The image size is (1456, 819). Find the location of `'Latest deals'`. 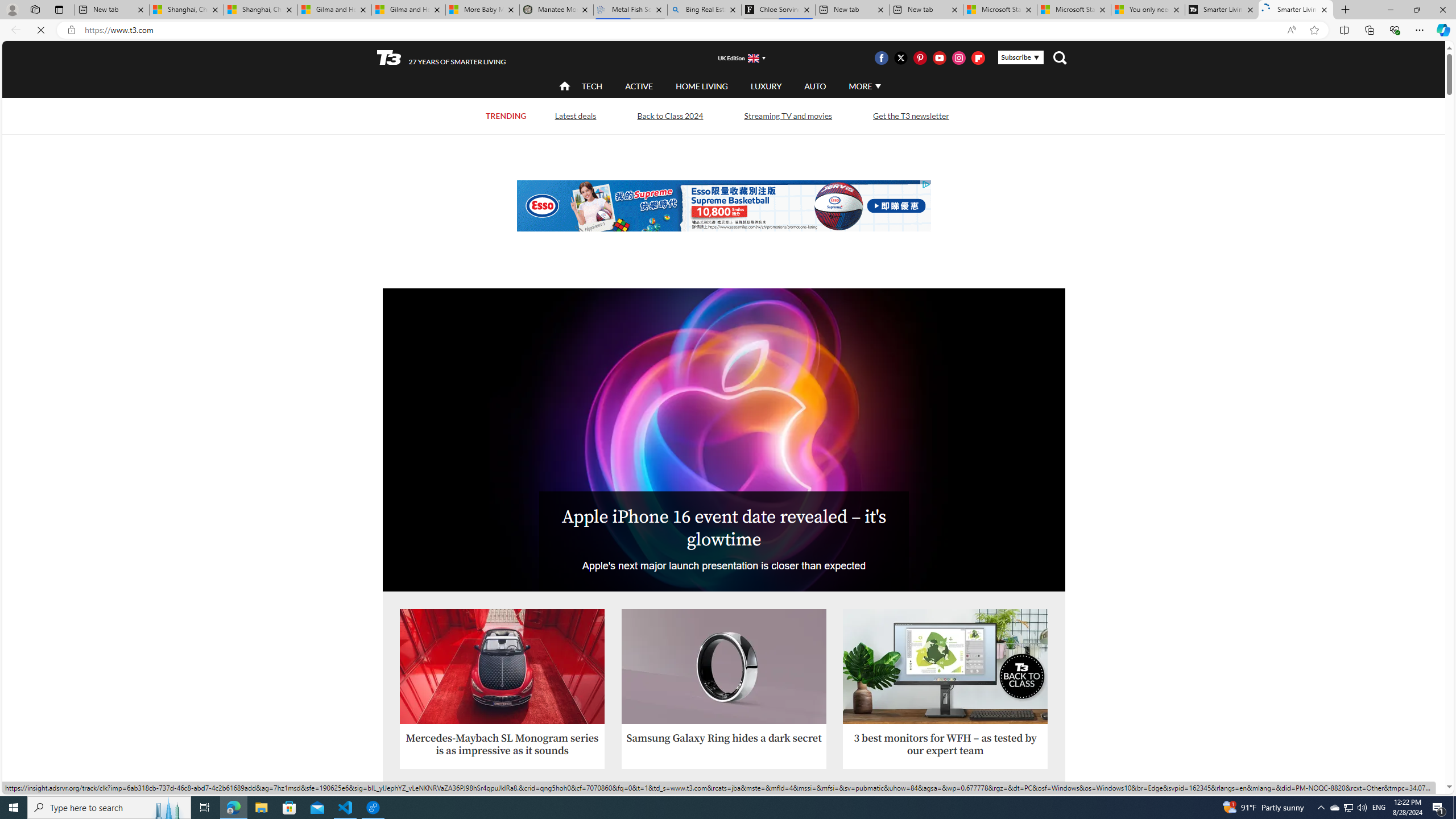

'Latest deals' is located at coordinates (575, 115).